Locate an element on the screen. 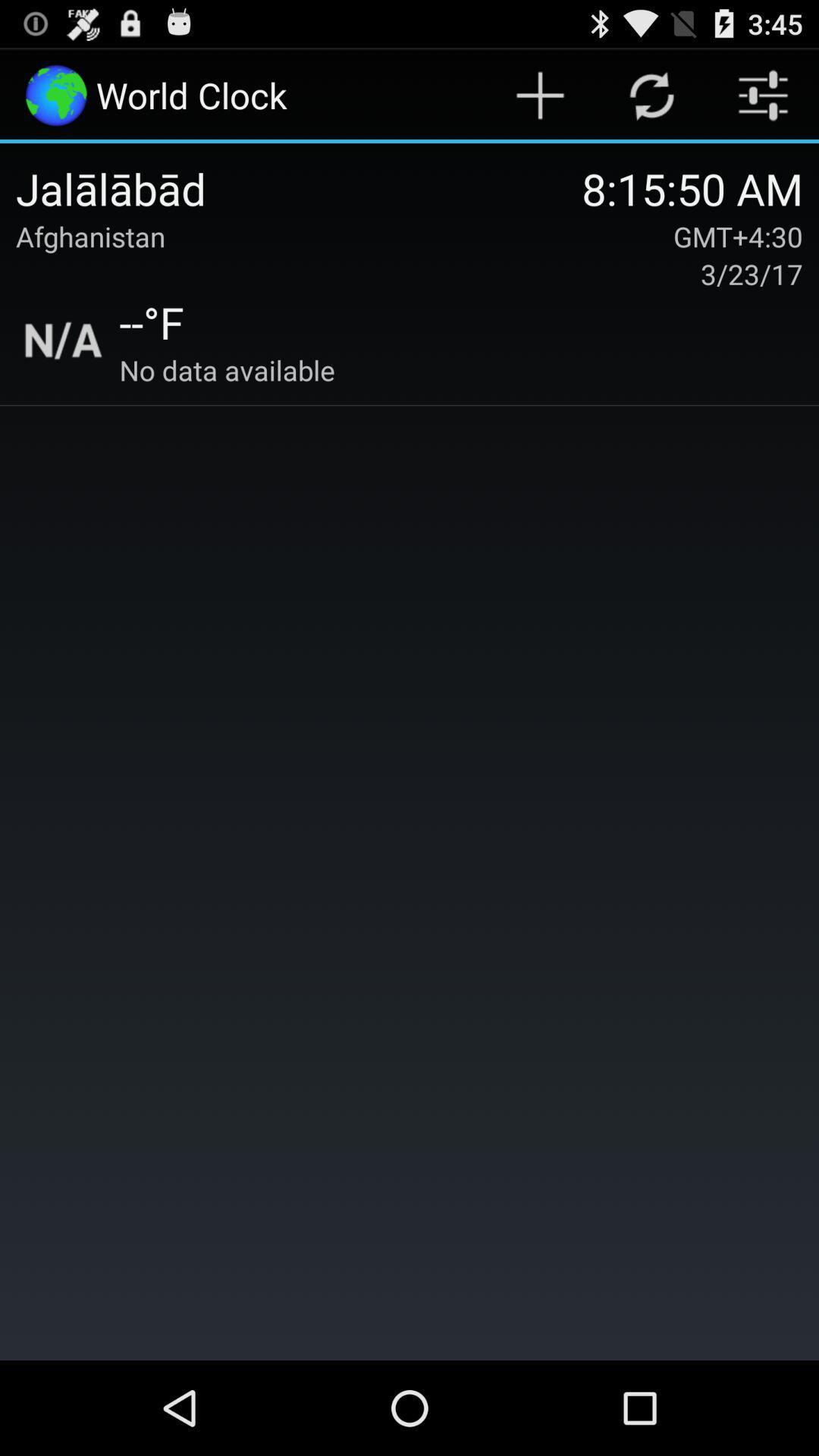  icon above 3/23/17 item is located at coordinates (737, 236).